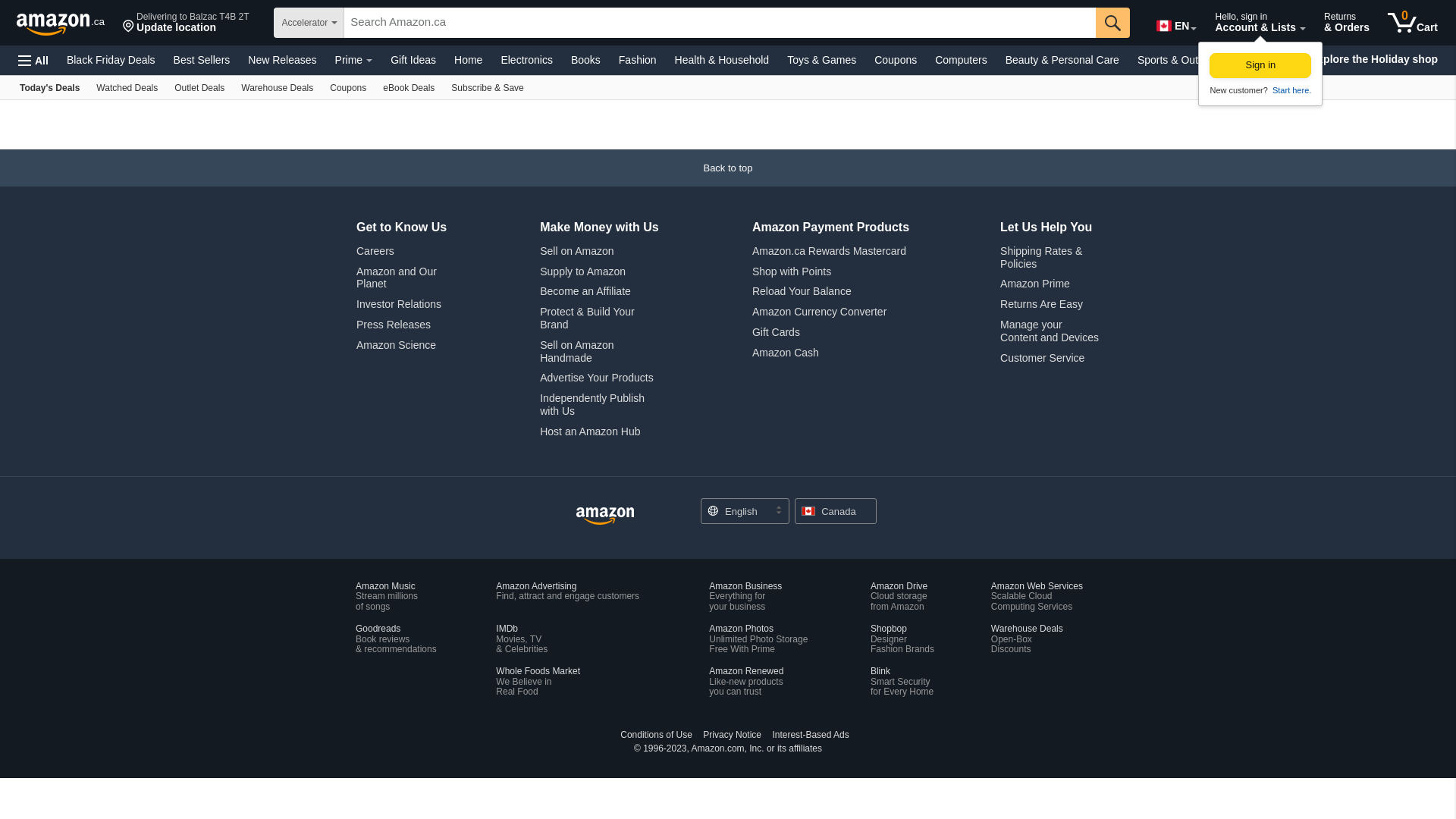 This screenshot has width=1456, height=819. I want to click on 'Amazon.ca Rewards Mastercard', so click(828, 250).